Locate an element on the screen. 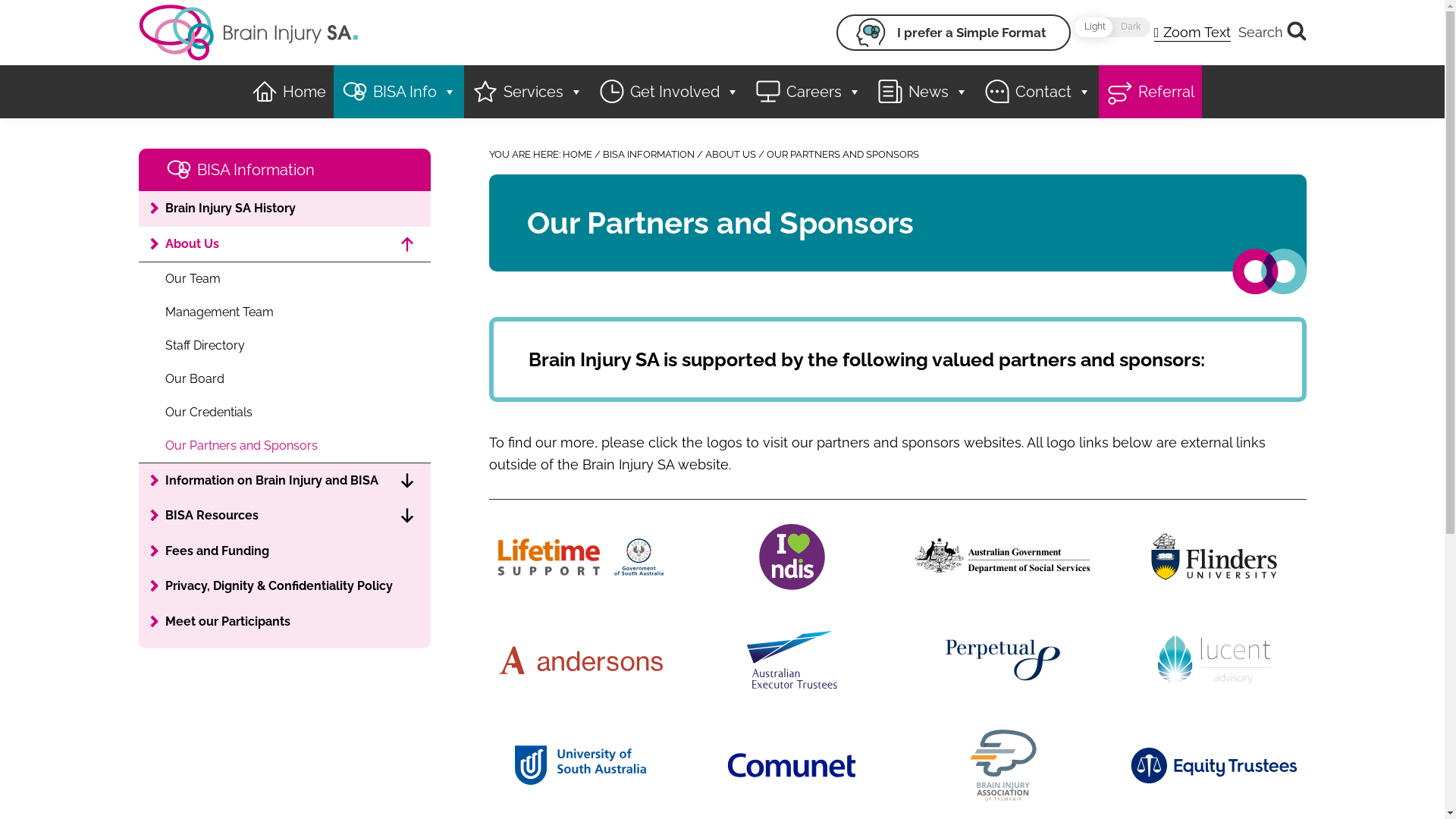  'Our Board' is located at coordinates (284, 378).